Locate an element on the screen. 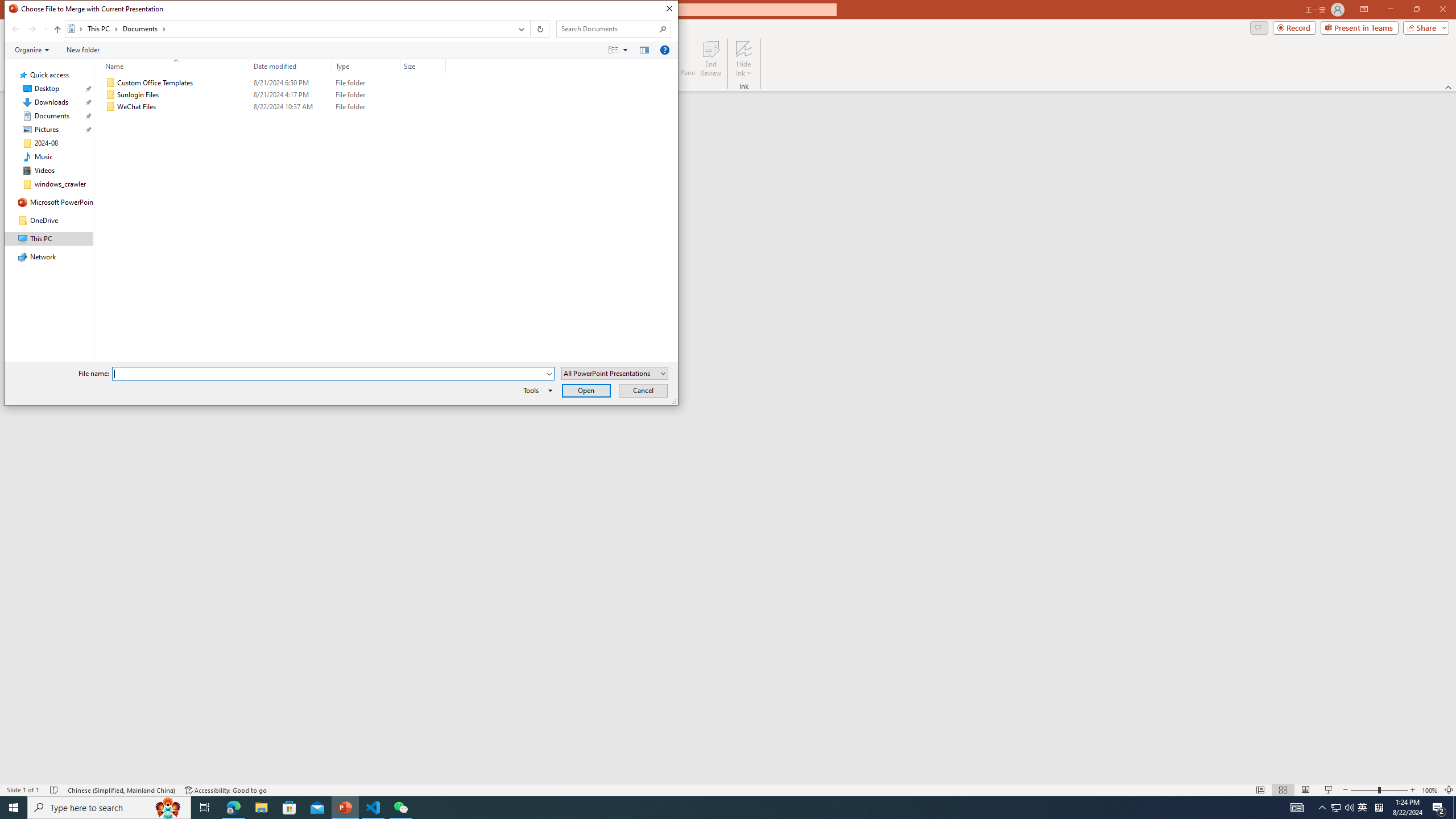  'Visual Studio Code - 1 running window' is located at coordinates (373, 806).